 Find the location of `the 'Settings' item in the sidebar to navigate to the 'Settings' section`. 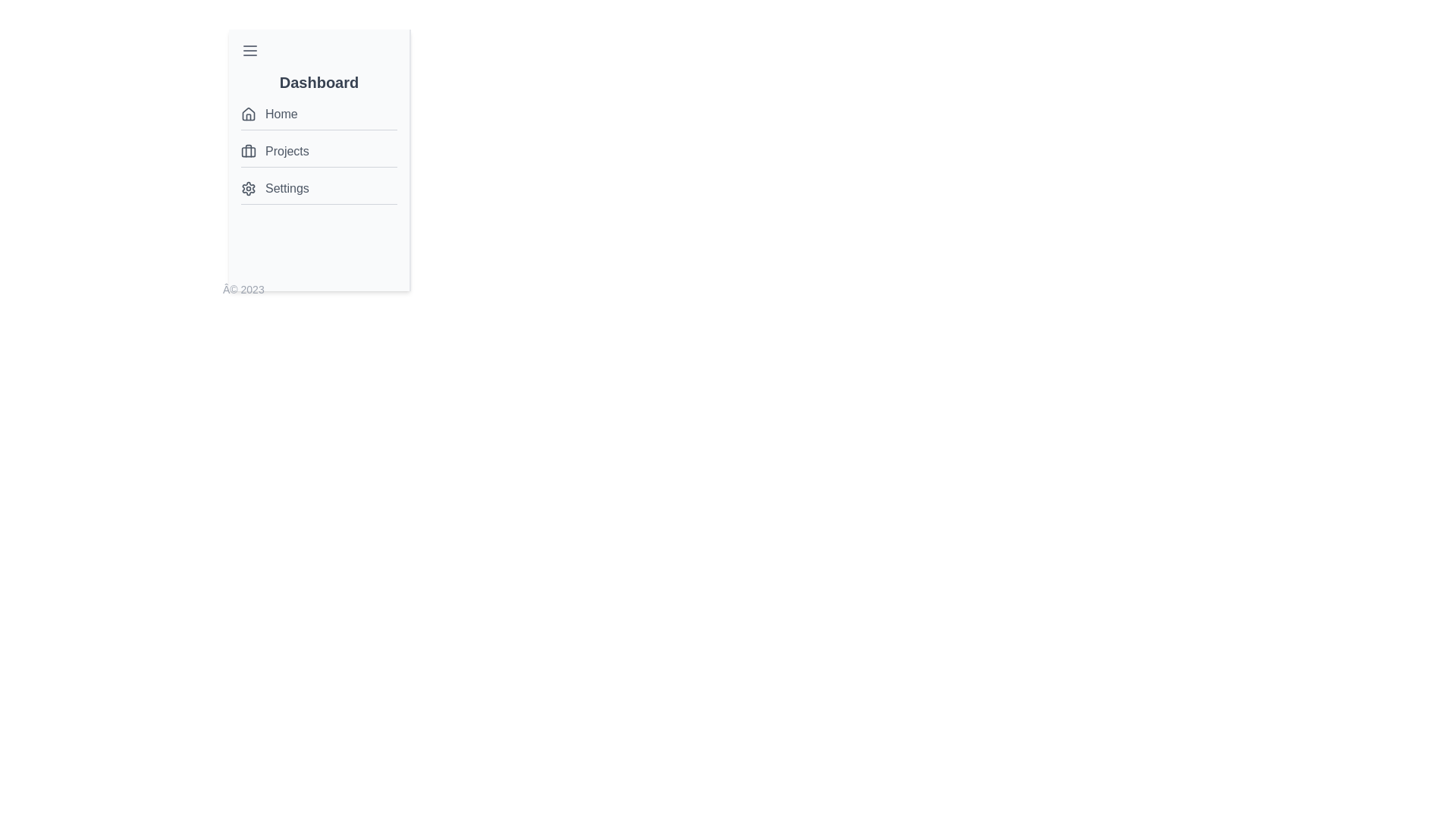

the 'Settings' item in the sidebar to navigate to the 'Settings' section is located at coordinates (318, 188).